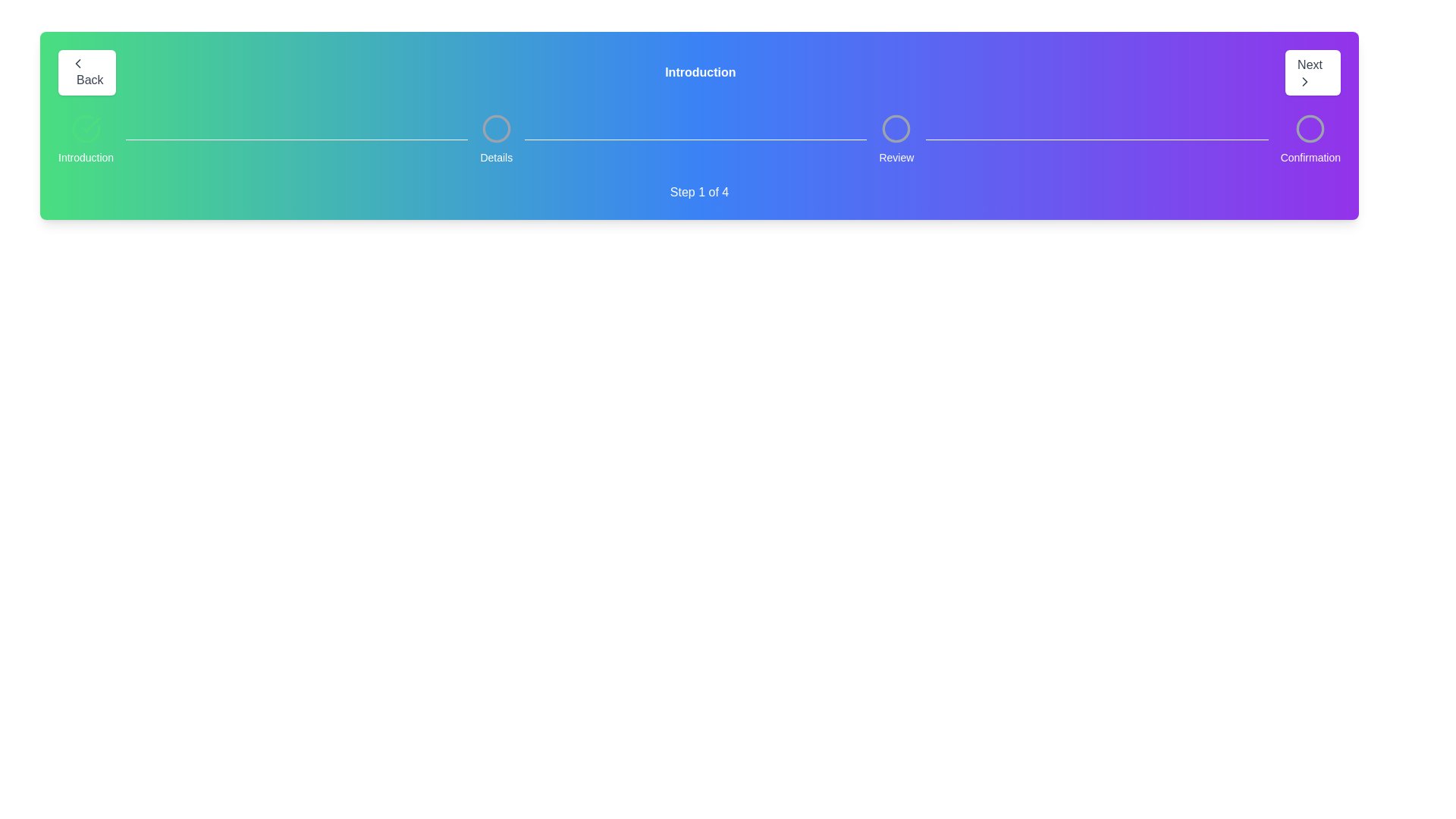  I want to click on the navigation button located at the top-right corner of the interface, so click(1312, 73).